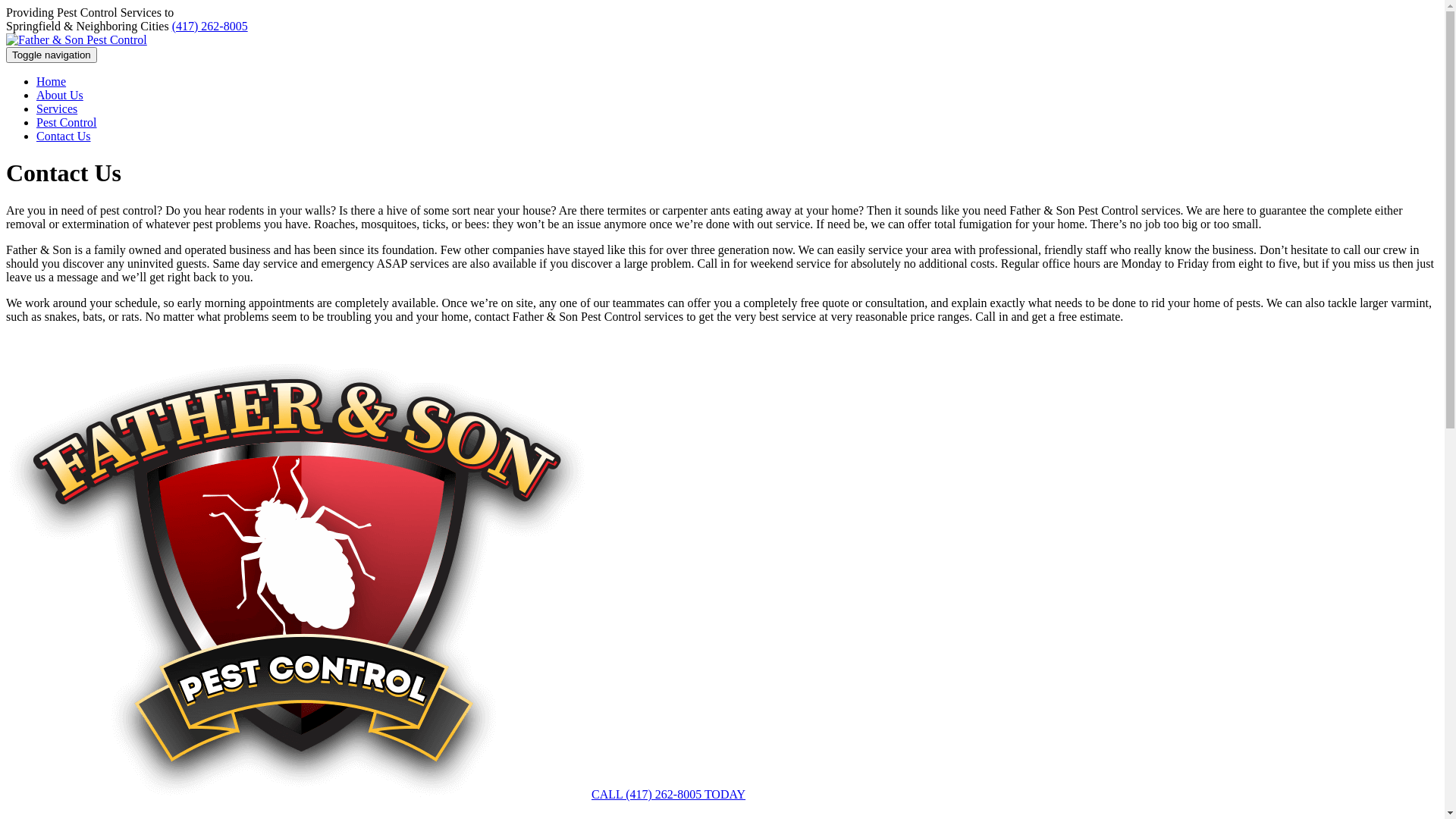 The width and height of the screenshot is (1456, 819). I want to click on 'About Us', so click(59, 95).